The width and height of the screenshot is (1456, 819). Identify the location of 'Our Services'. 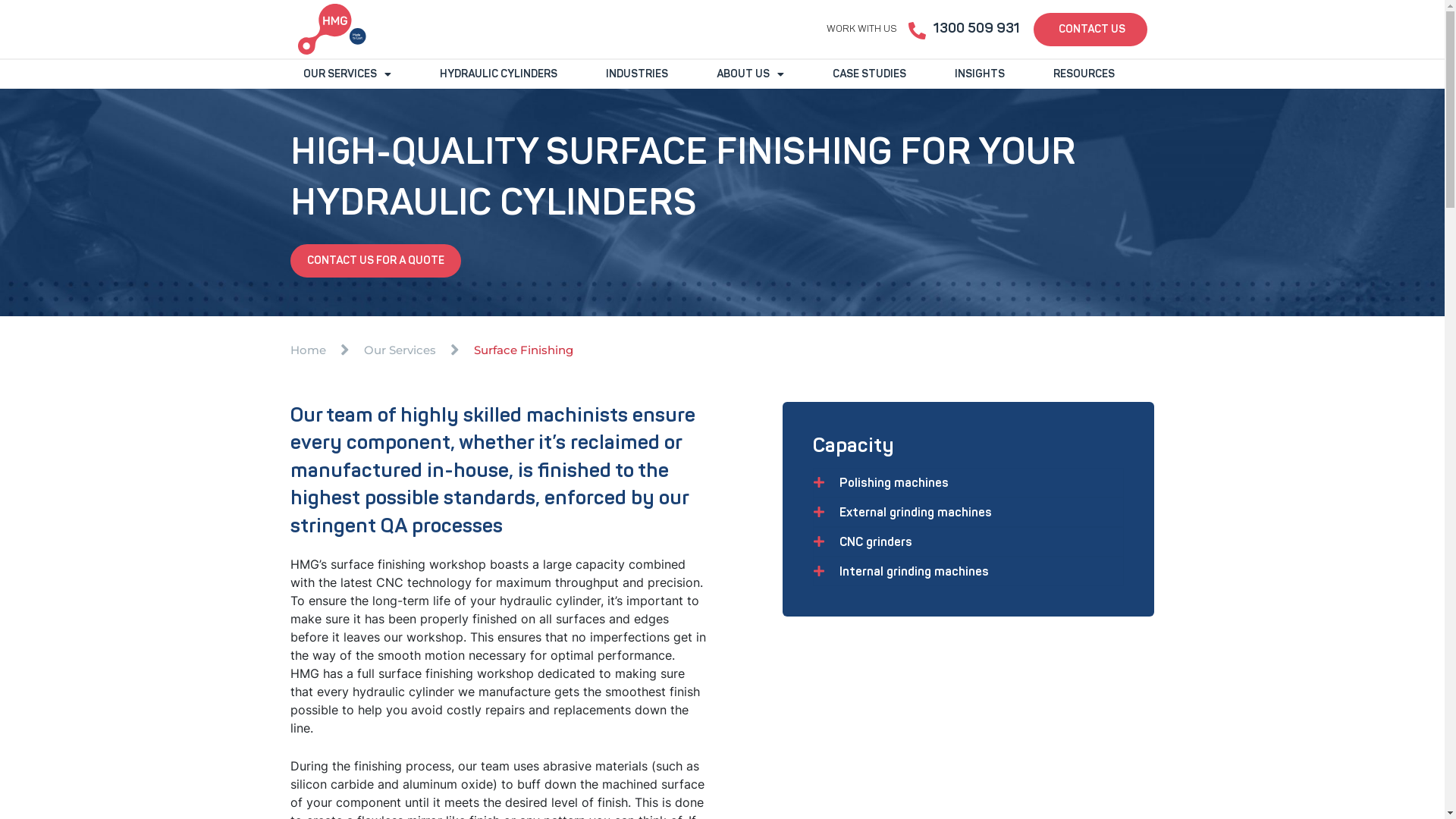
(400, 350).